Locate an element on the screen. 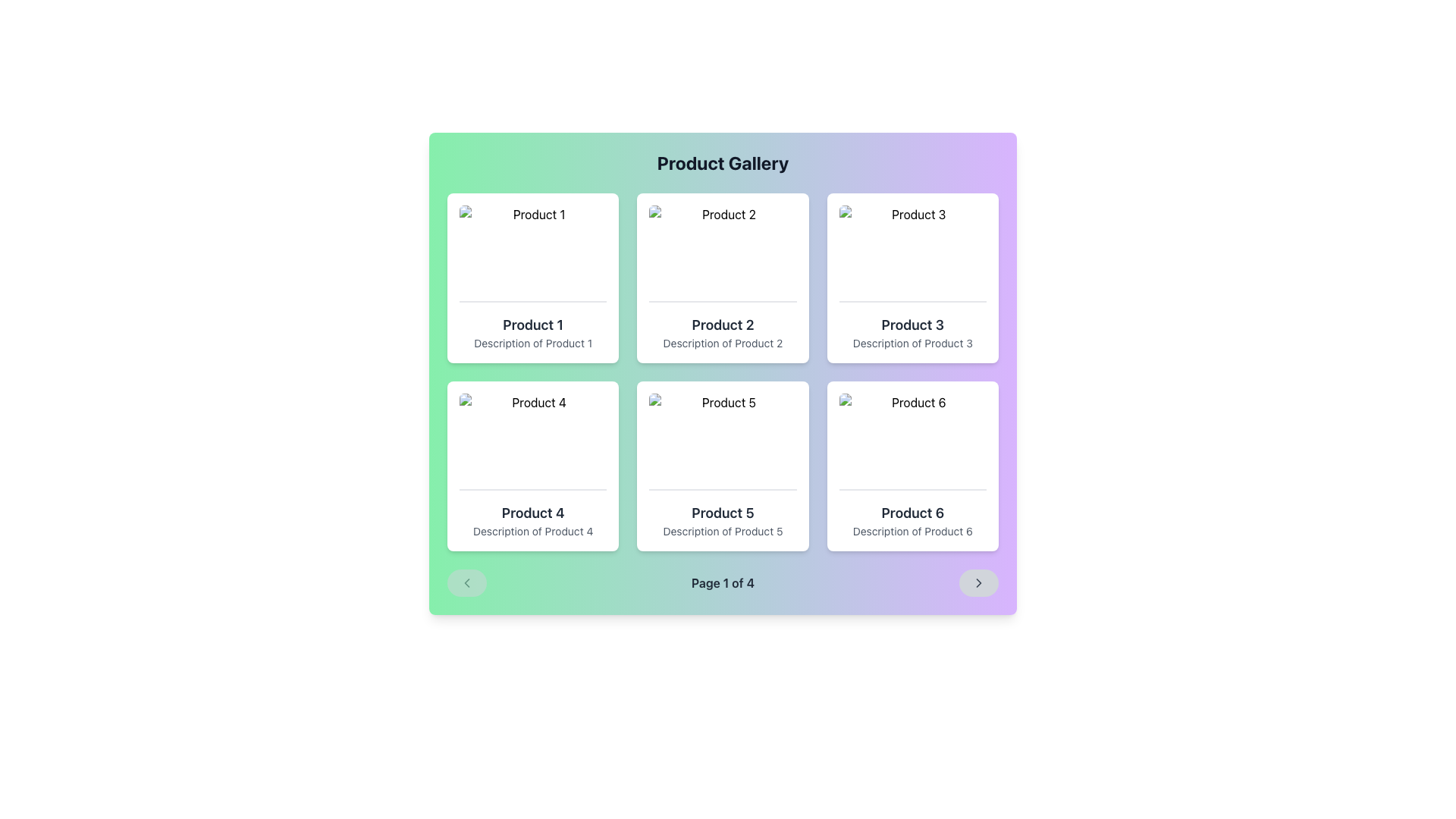 This screenshot has height=819, width=1456. the text label that describes 'Product 1', which is styled with a small grey font and located below the title in the product card is located at coordinates (533, 343).